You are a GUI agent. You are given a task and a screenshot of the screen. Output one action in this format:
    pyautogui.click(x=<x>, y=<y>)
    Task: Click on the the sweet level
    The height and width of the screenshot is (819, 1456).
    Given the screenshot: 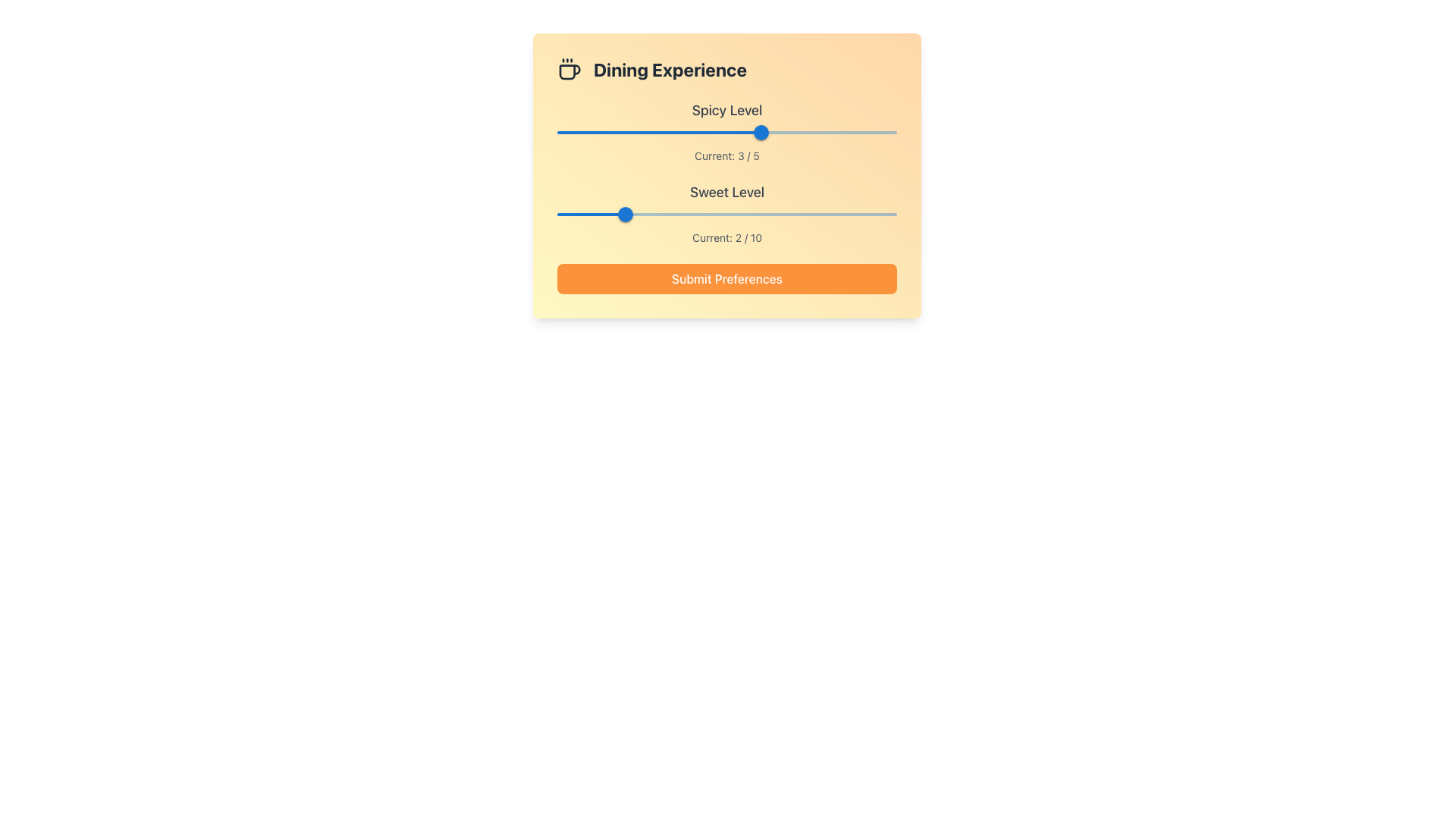 What is the action you would take?
    pyautogui.click(x=556, y=214)
    